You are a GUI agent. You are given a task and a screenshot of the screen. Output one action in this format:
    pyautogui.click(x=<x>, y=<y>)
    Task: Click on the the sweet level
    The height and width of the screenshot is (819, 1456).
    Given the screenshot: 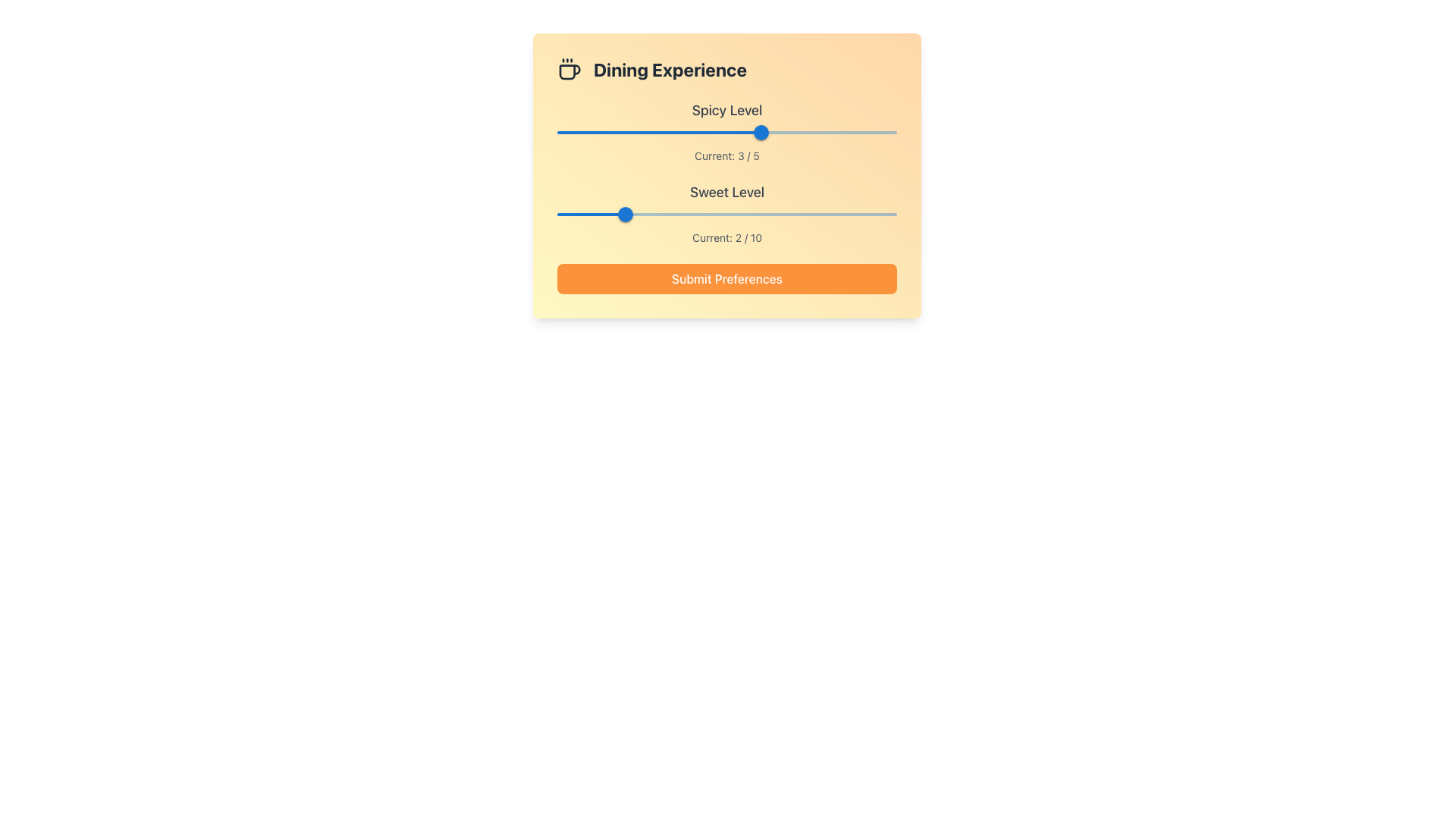 What is the action you would take?
    pyautogui.click(x=556, y=214)
    